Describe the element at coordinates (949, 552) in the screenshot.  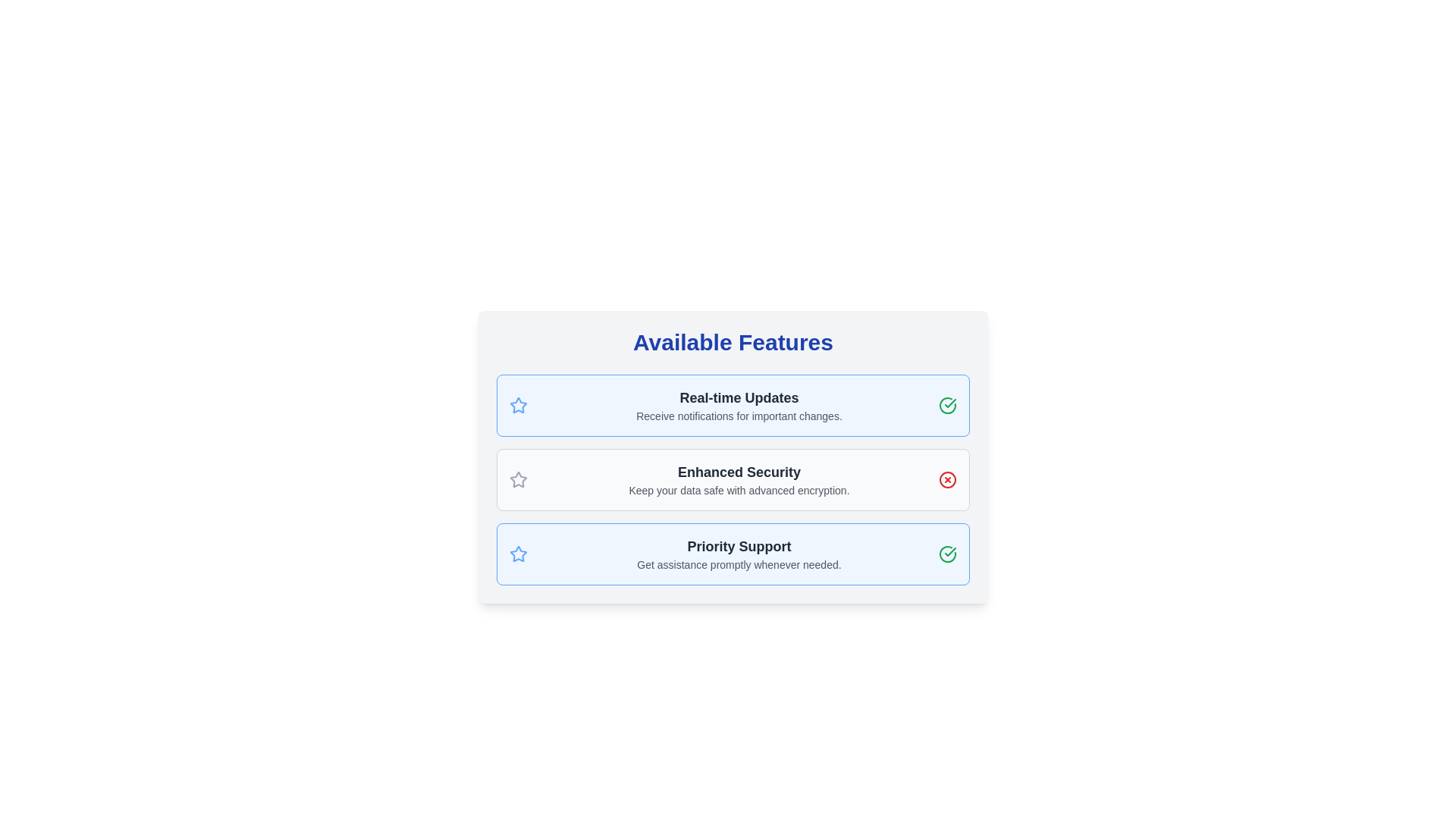
I see `the green check-mark icon associated with 'Real-time Updates', located at the far right of the first row in the list of feature items` at that location.